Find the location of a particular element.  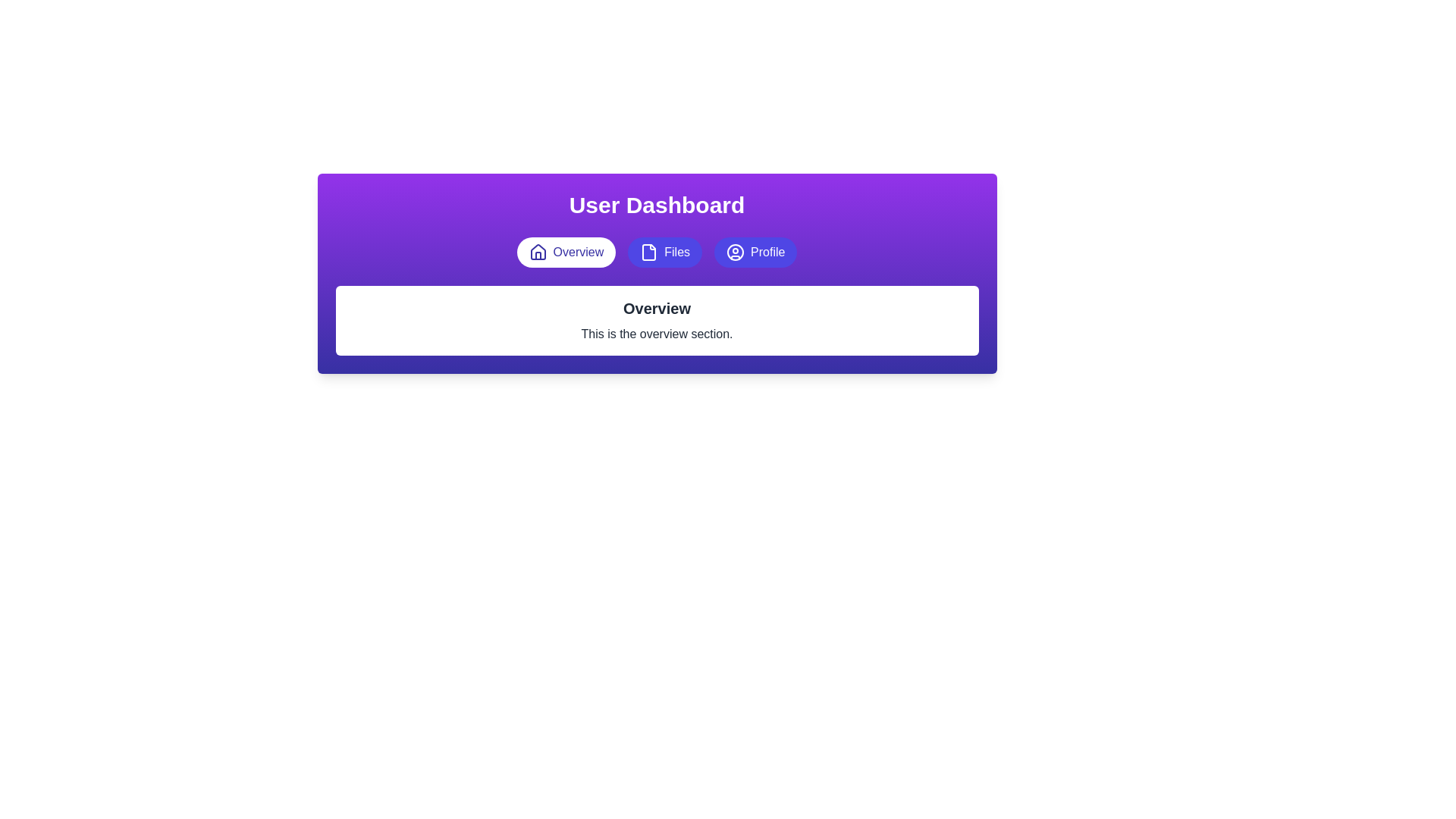

the small SVG icon shaped like a graphical file representation located to the left of the text label 'Files' in the navigation bar is located at coordinates (649, 251).